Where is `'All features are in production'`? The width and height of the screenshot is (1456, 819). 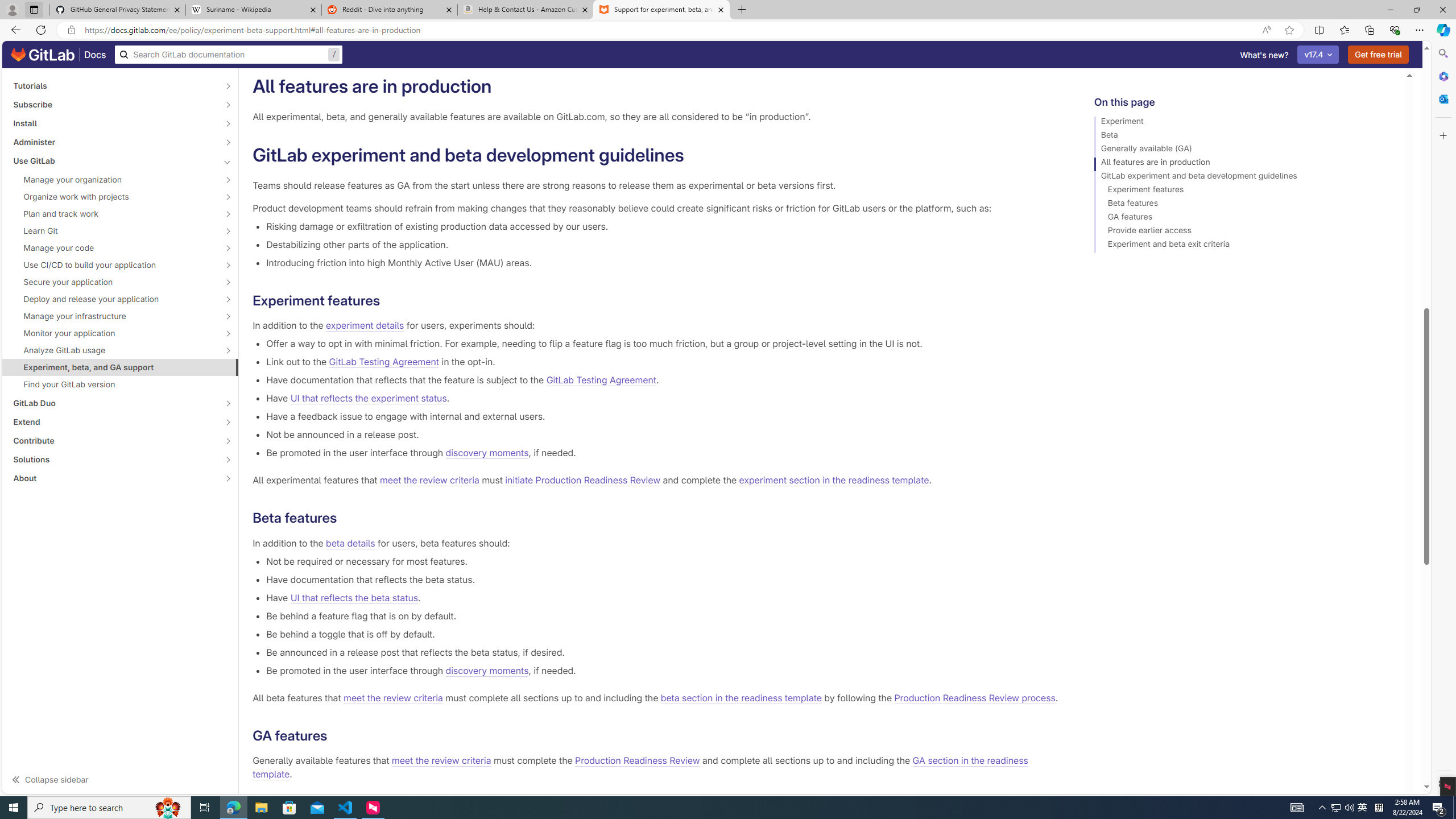 'All features are in production' is located at coordinates (1244, 163).